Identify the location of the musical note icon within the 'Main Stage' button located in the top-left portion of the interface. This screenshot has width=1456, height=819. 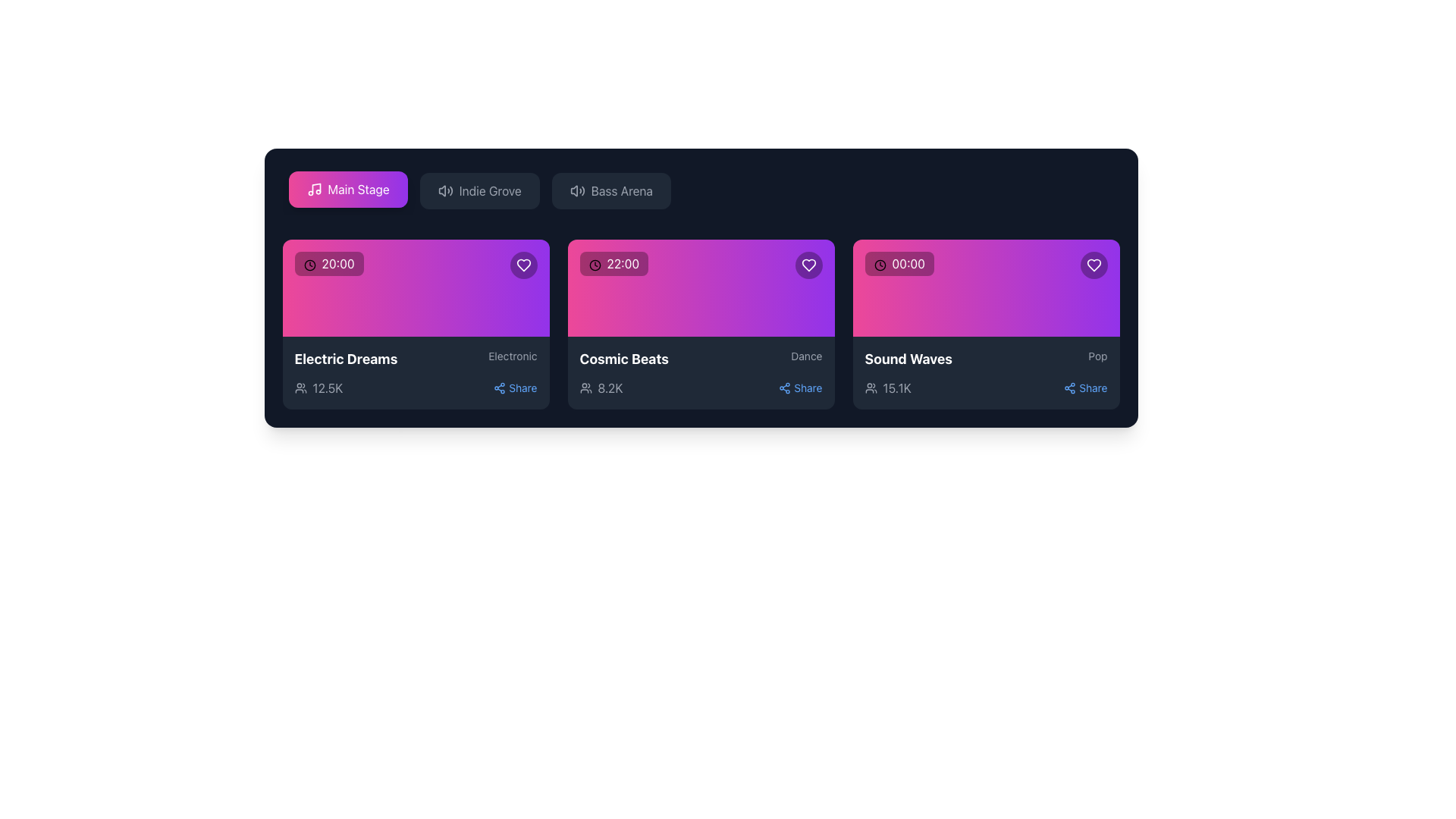
(313, 189).